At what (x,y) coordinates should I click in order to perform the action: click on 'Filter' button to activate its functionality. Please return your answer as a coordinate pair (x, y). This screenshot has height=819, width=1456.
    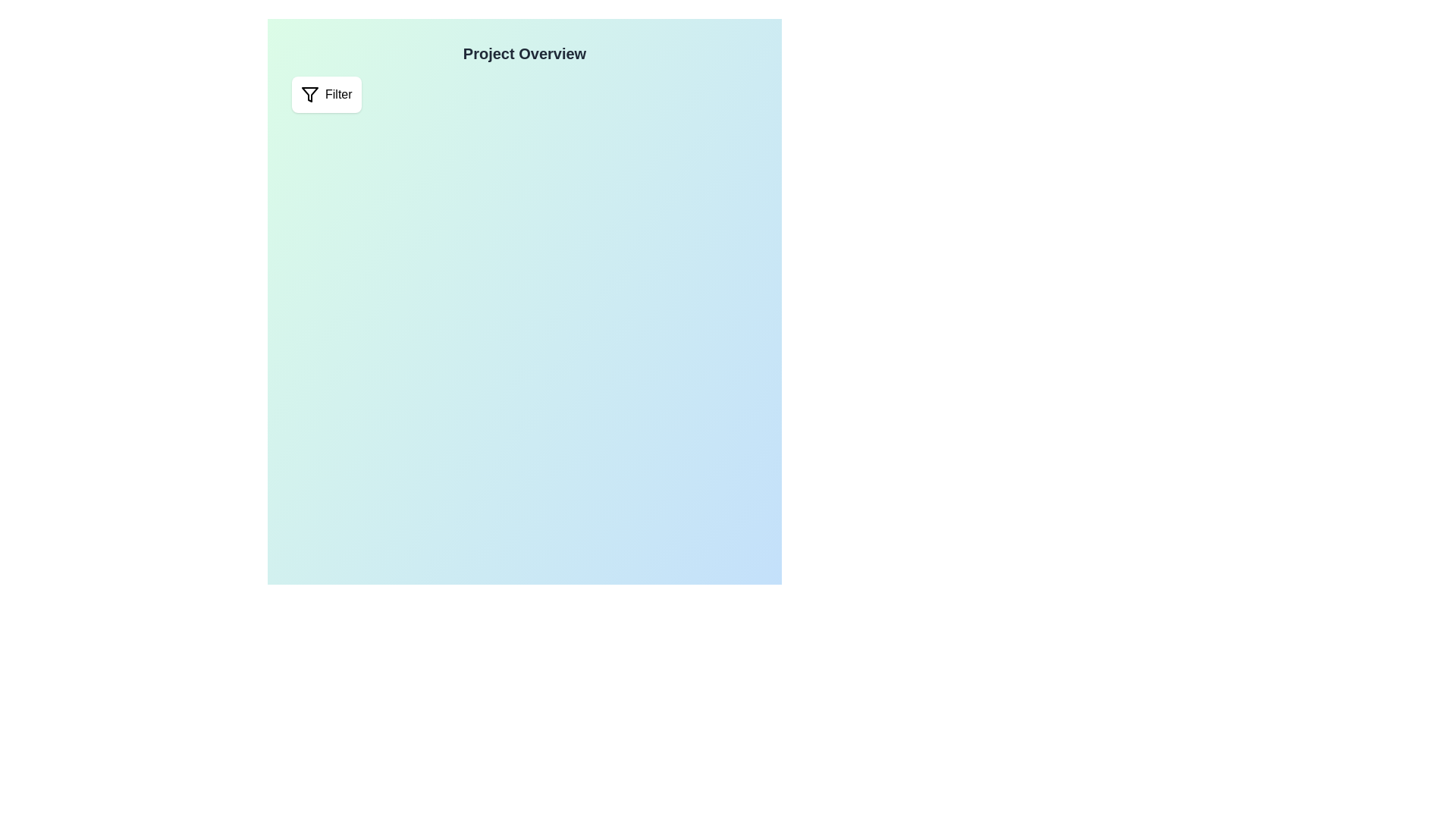
    Looking at the image, I should click on (325, 94).